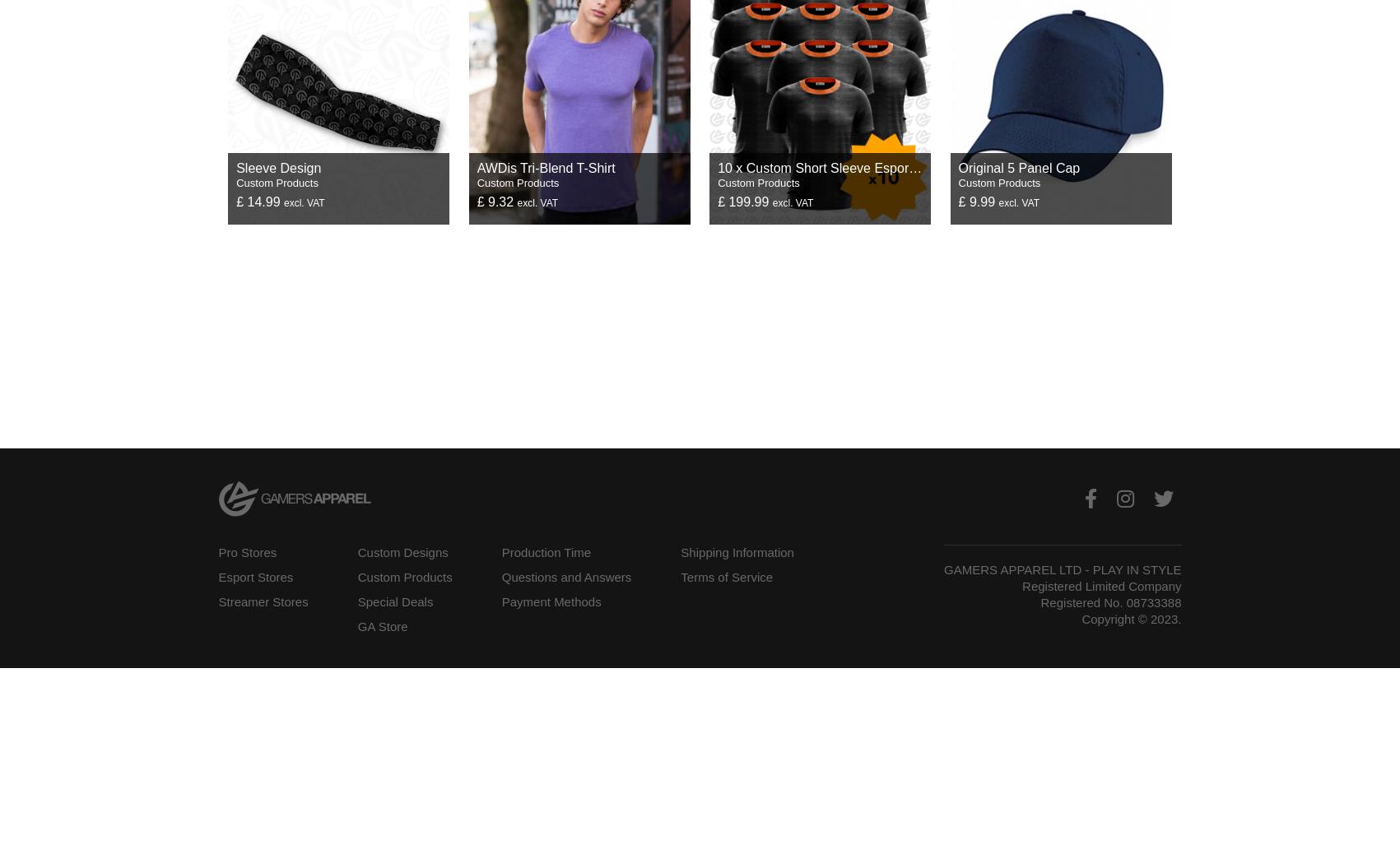 The image size is (1400, 868). What do you see at coordinates (477, 166) in the screenshot?
I see `'AWDis Tri-Blend T-Shirt'` at bounding box center [477, 166].